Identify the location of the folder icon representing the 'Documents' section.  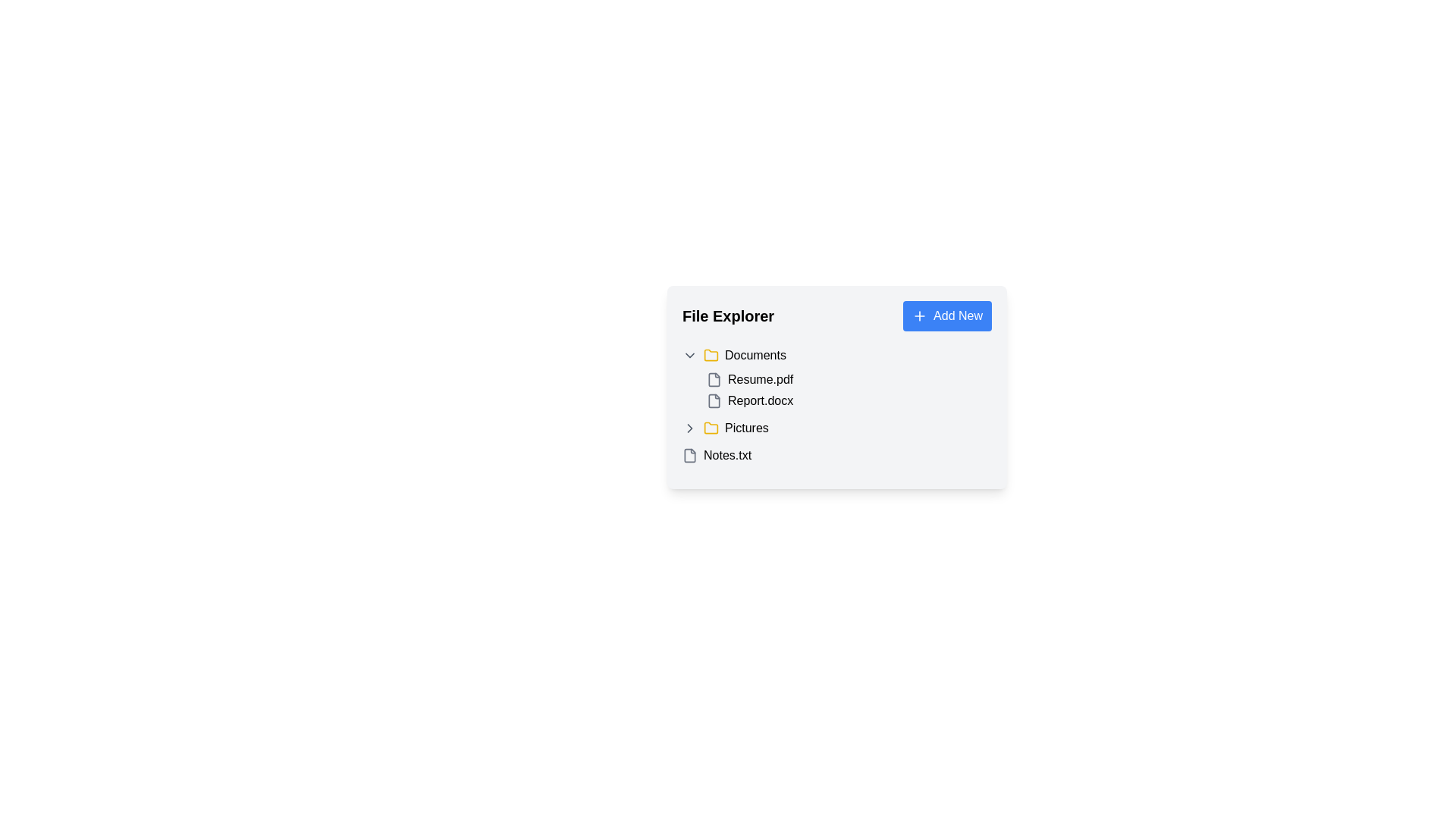
(710, 356).